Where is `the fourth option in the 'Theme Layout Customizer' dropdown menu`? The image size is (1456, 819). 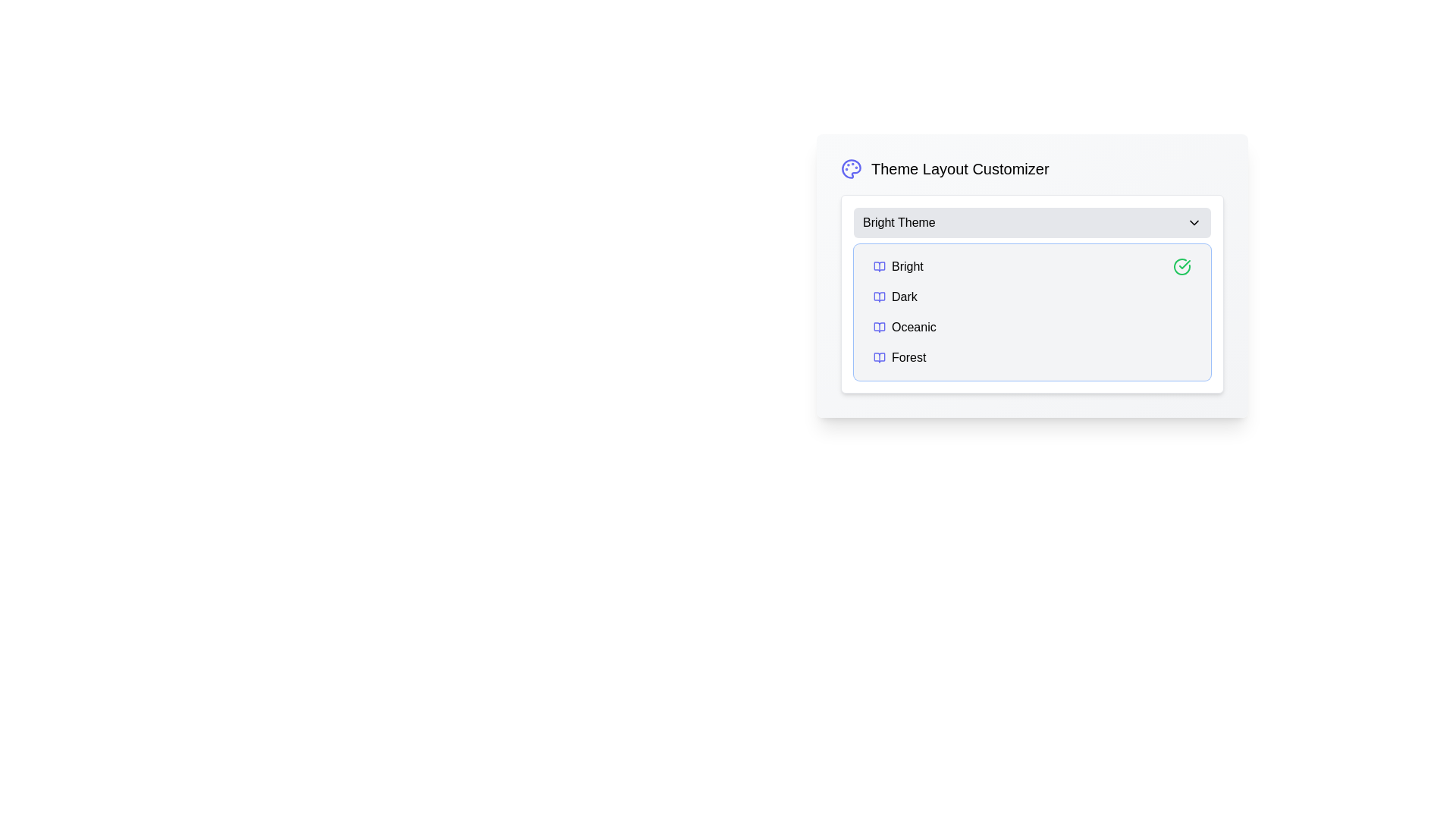
the fourth option in the 'Theme Layout Customizer' dropdown menu is located at coordinates (908, 357).